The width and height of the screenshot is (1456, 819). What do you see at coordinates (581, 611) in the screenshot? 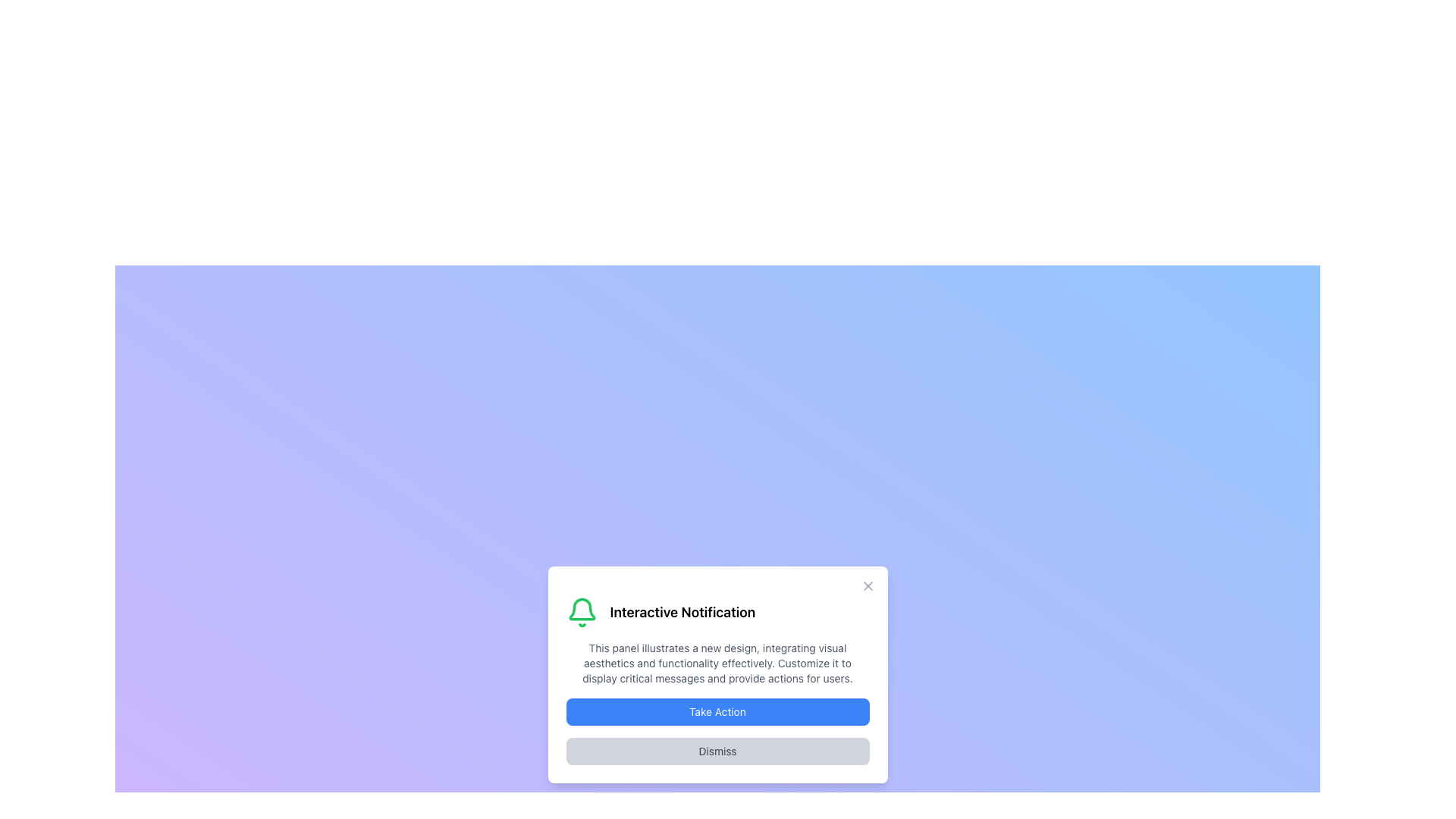
I see `the notification icon located at the far left of the card's header, next to the text 'Interactive Notification'` at bounding box center [581, 611].